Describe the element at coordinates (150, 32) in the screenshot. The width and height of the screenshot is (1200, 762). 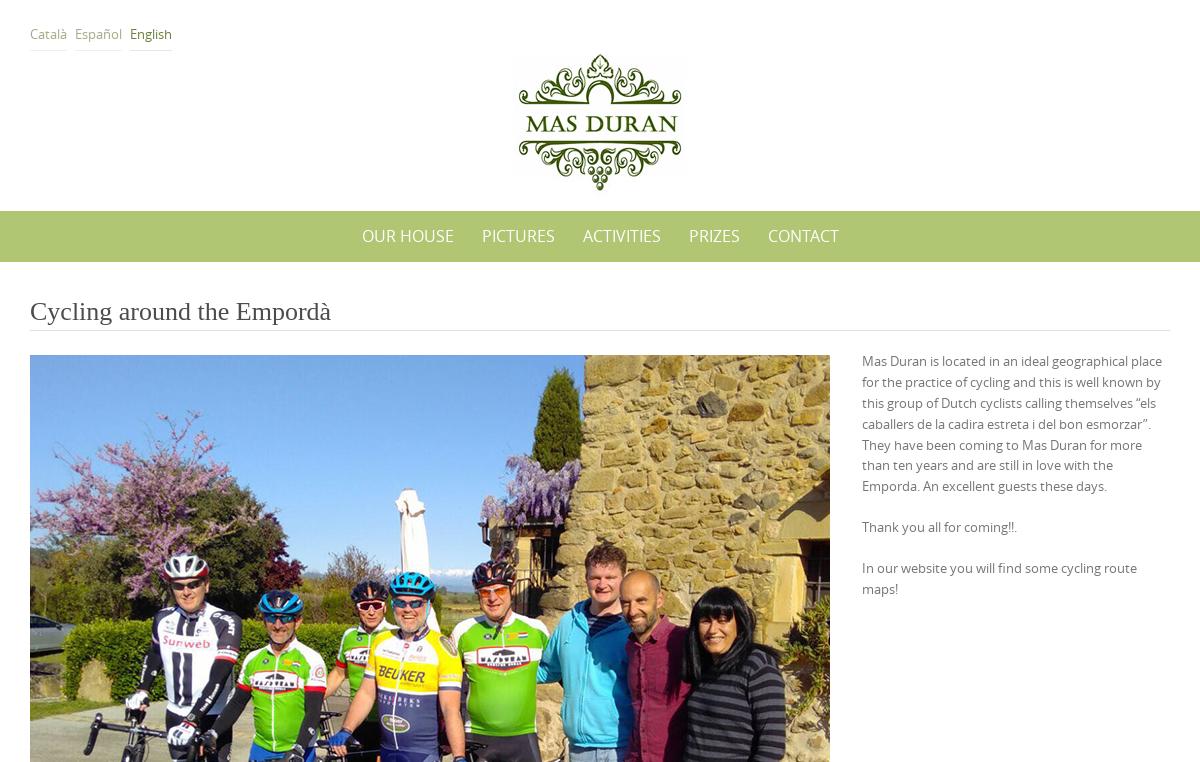
I see `'English'` at that location.